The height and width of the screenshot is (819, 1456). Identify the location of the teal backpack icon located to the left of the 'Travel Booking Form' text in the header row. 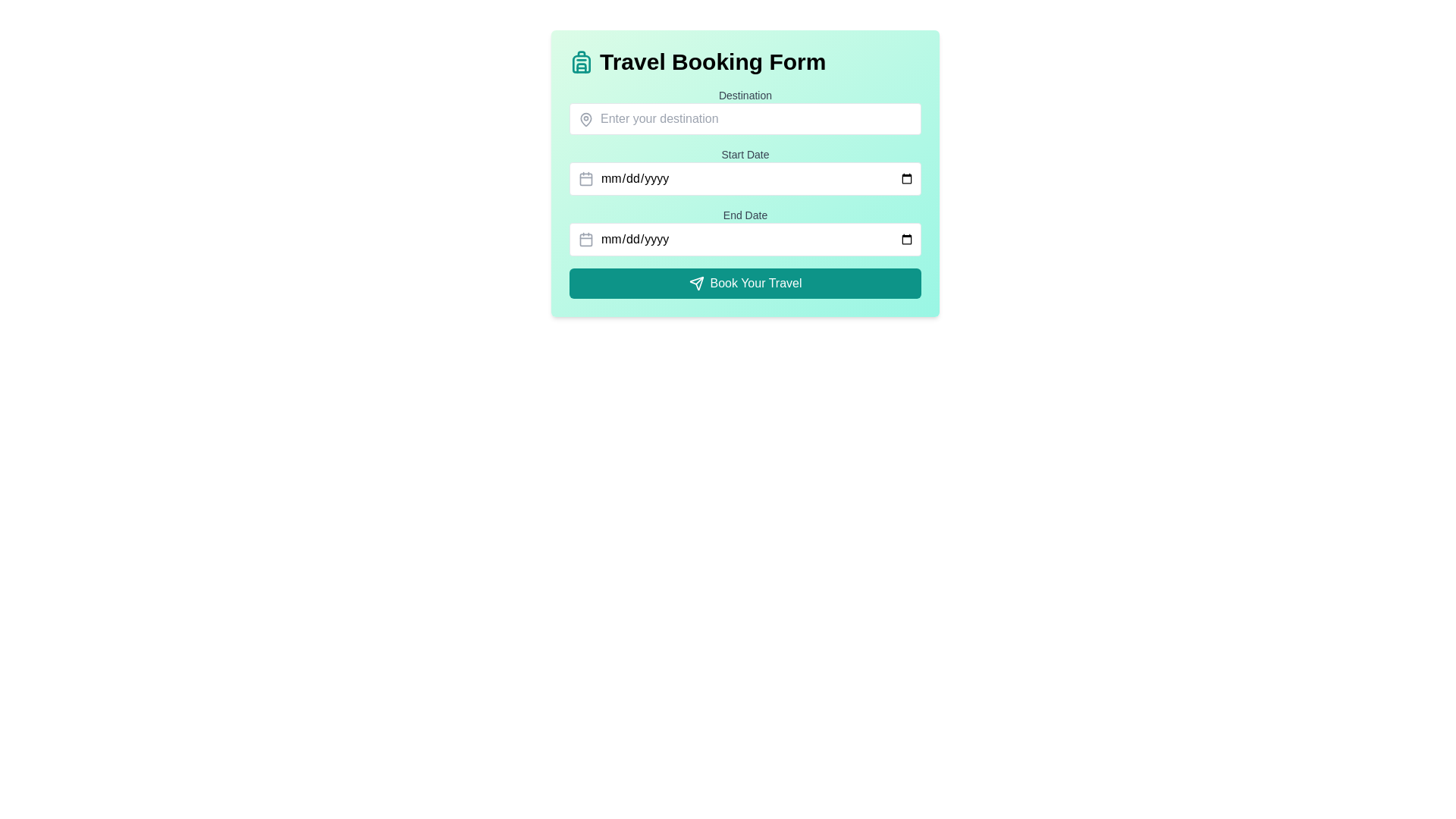
(581, 61).